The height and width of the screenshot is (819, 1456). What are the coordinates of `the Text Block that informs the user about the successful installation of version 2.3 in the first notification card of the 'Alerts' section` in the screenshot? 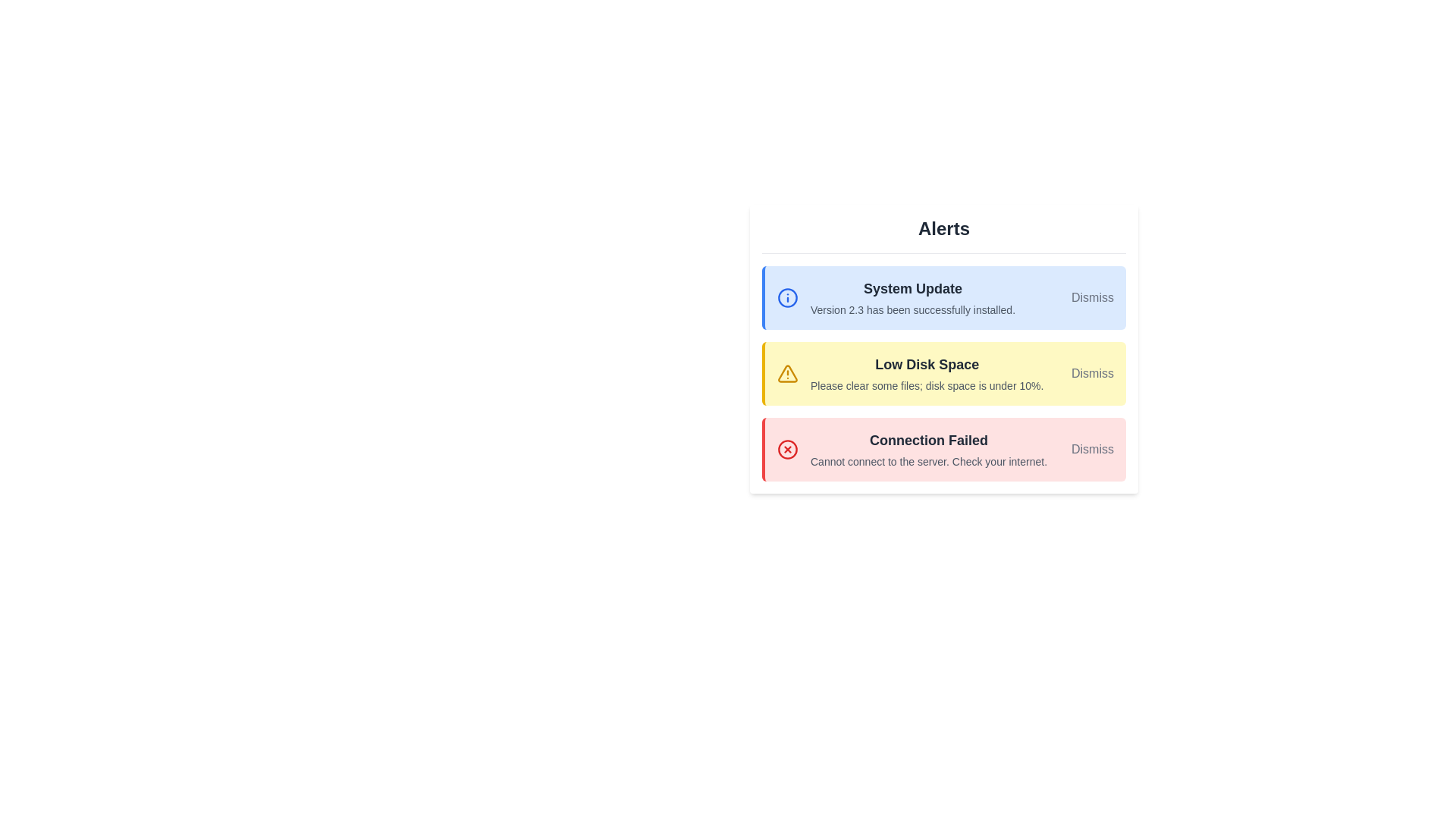 It's located at (912, 298).